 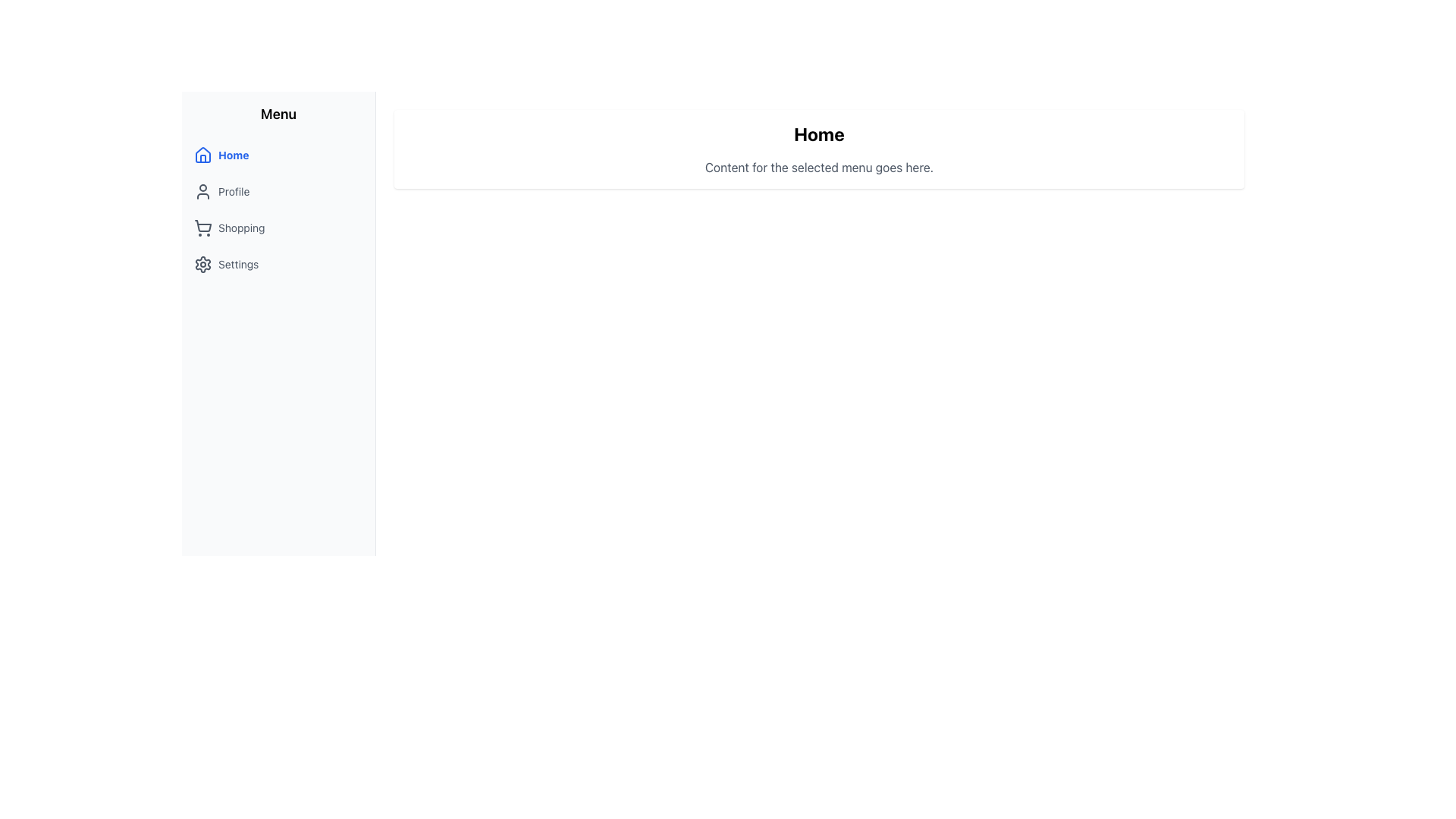 What do you see at coordinates (202, 225) in the screenshot?
I see `the shopping icon located in the sidebar menu under the 'Shopping' label to interact with the shopping feature` at bounding box center [202, 225].